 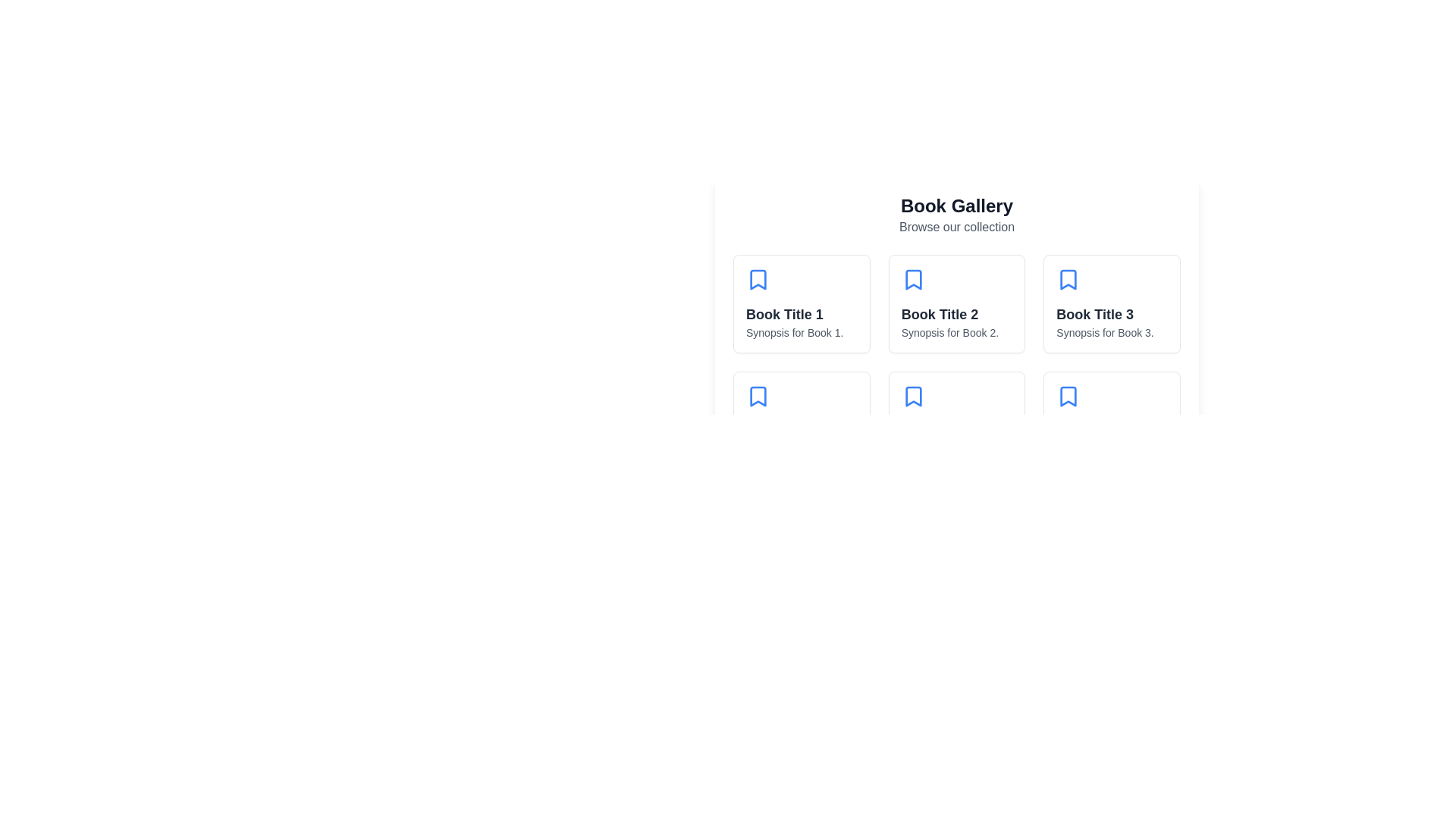 I want to click on the static text displaying 'Synopsis for Book 3.' located at the bottom of the third card in the 'Book Gallery' section, so click(x=1105, y=332).